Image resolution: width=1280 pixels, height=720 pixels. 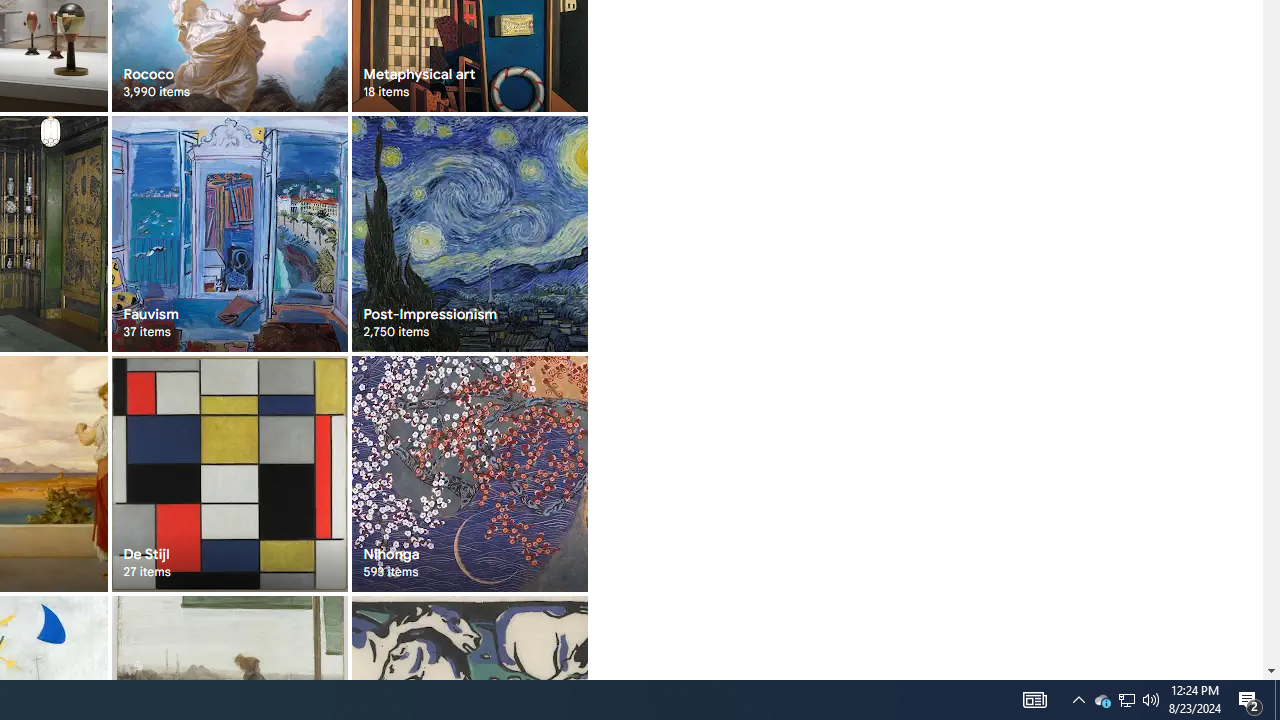 I want to click on 'Fauvism 37 items', so click(x=229, y=233).